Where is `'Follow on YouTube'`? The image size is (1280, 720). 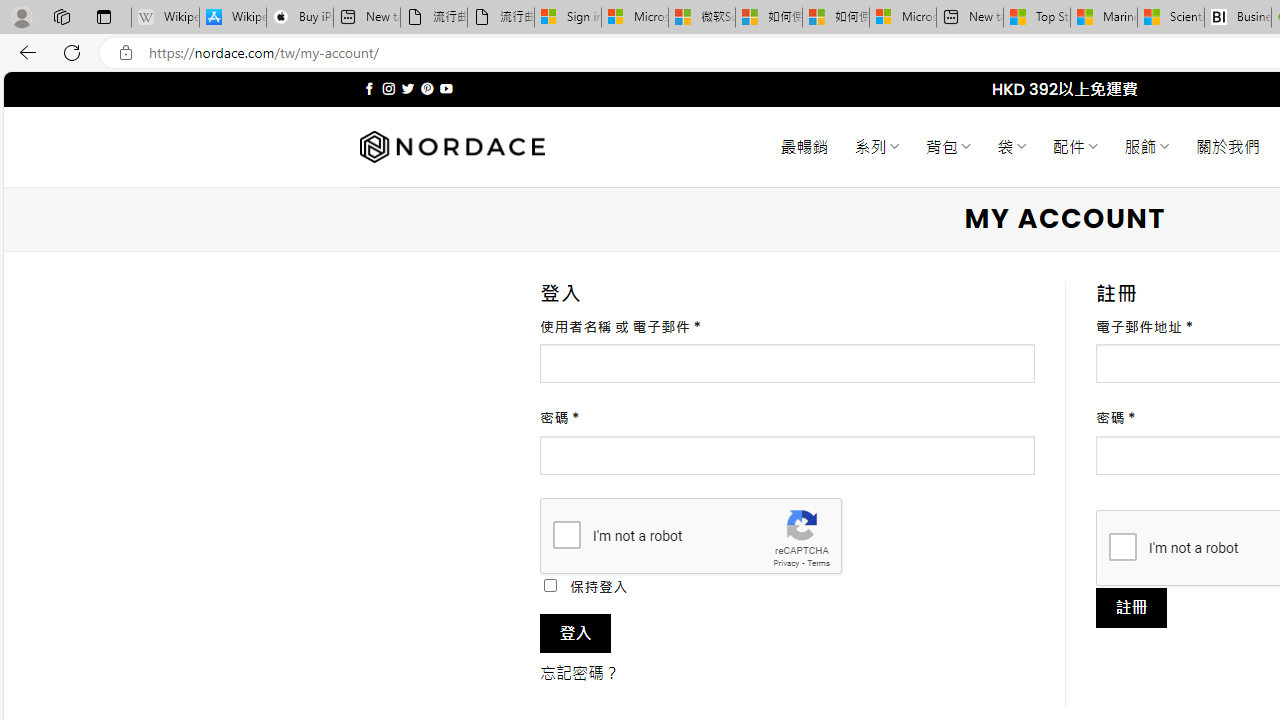 'Follow on YouTube' is located at coordinates (445, 88).